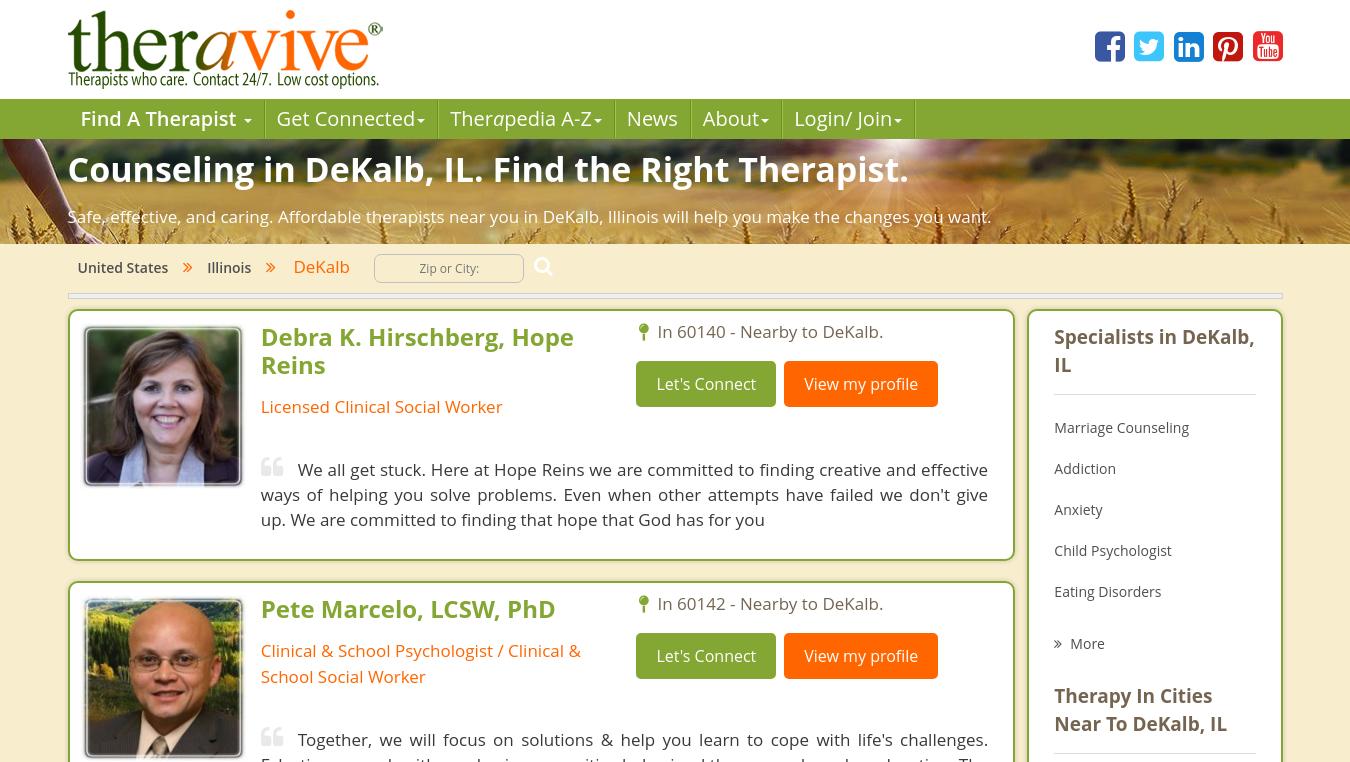 This screenshot has height=762, width=1350. What do you see at coordinates (769, 603) in the screenshot?
I see `'In 60142 - Nearby to DeKalb.'` at bounding box center [769, 603].